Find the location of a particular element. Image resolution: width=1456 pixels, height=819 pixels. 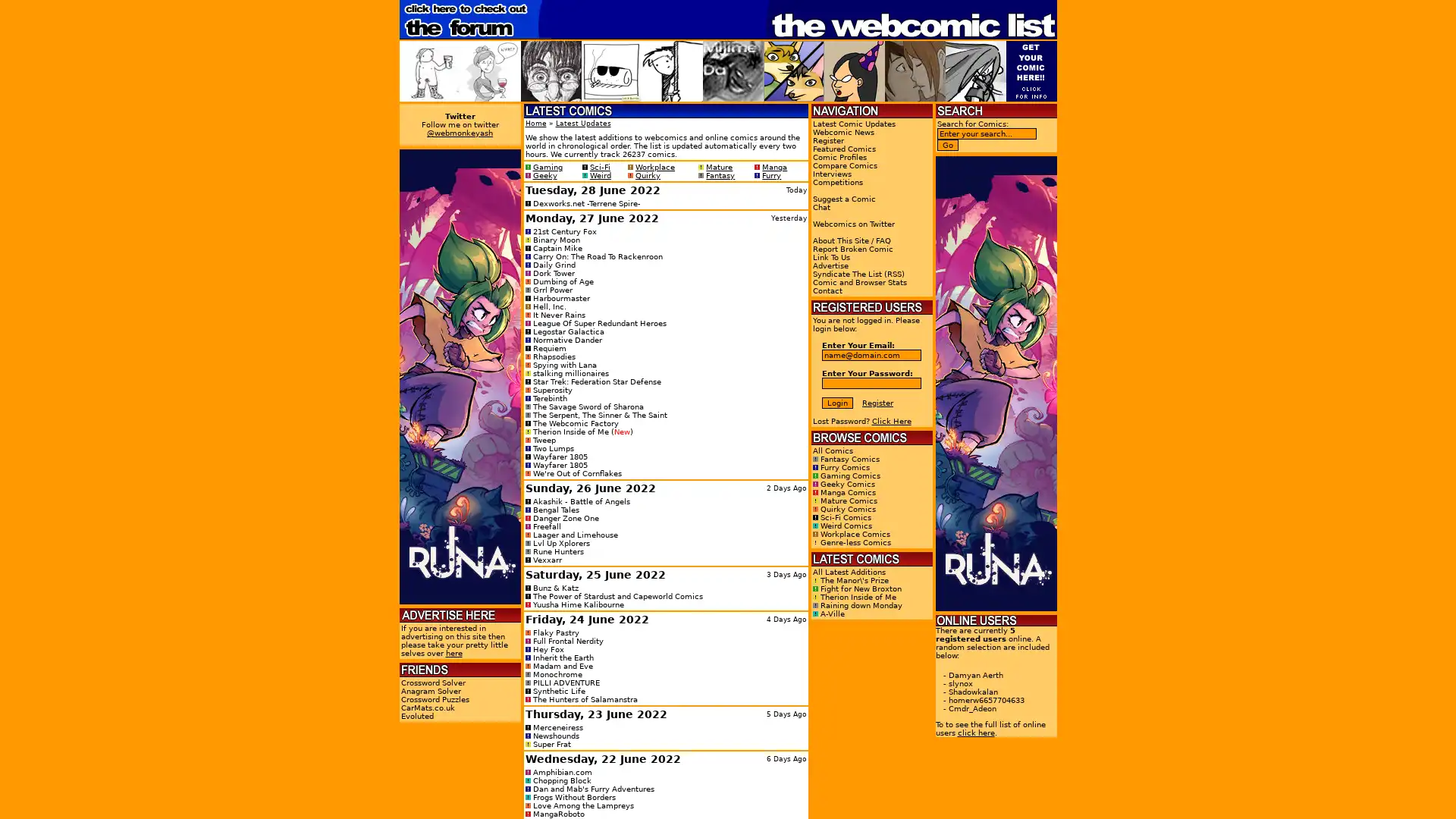

Login is located at coordinates (836, 402).